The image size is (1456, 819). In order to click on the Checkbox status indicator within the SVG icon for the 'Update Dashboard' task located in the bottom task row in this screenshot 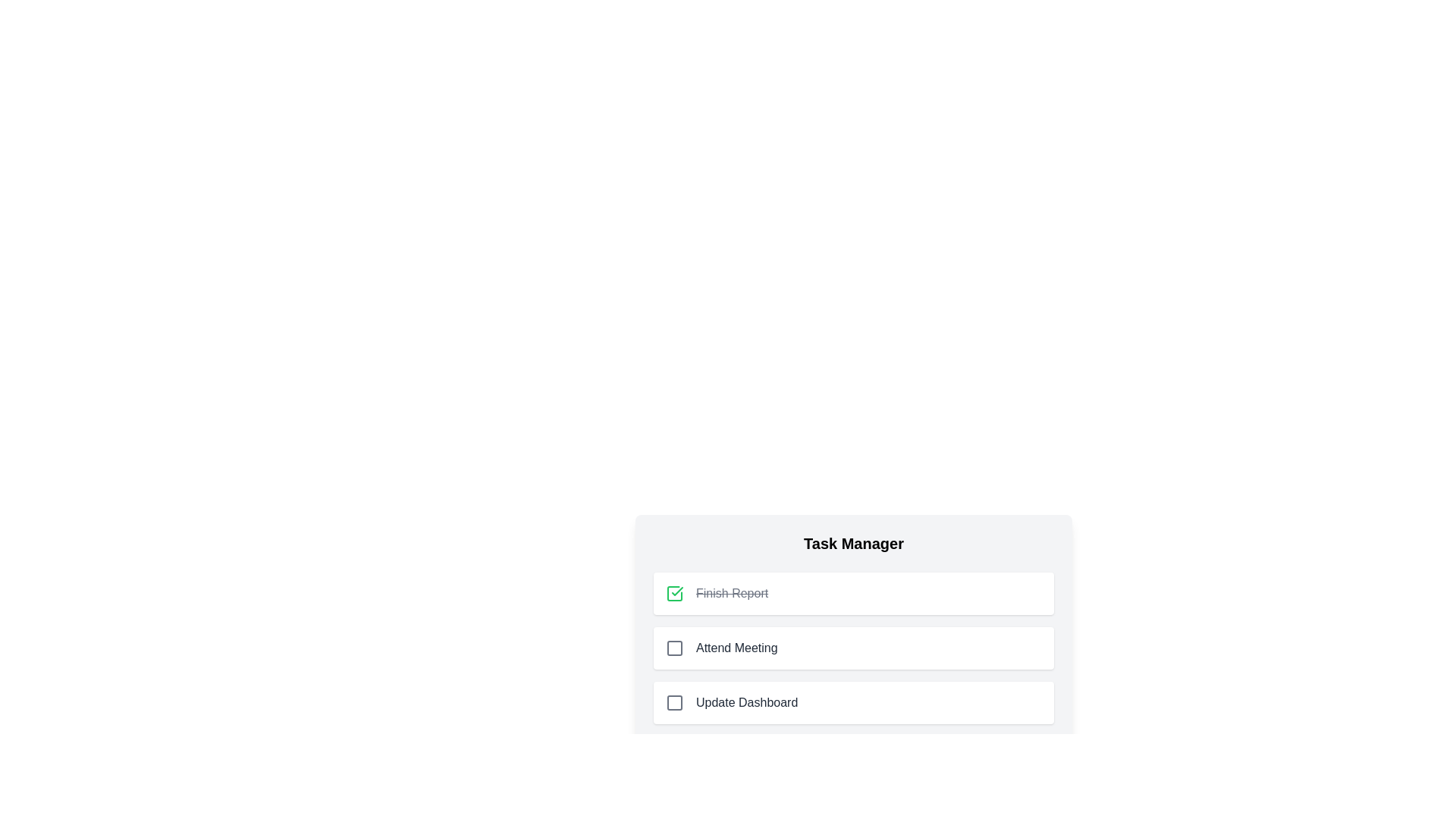, I will do `click(673, 702)`.